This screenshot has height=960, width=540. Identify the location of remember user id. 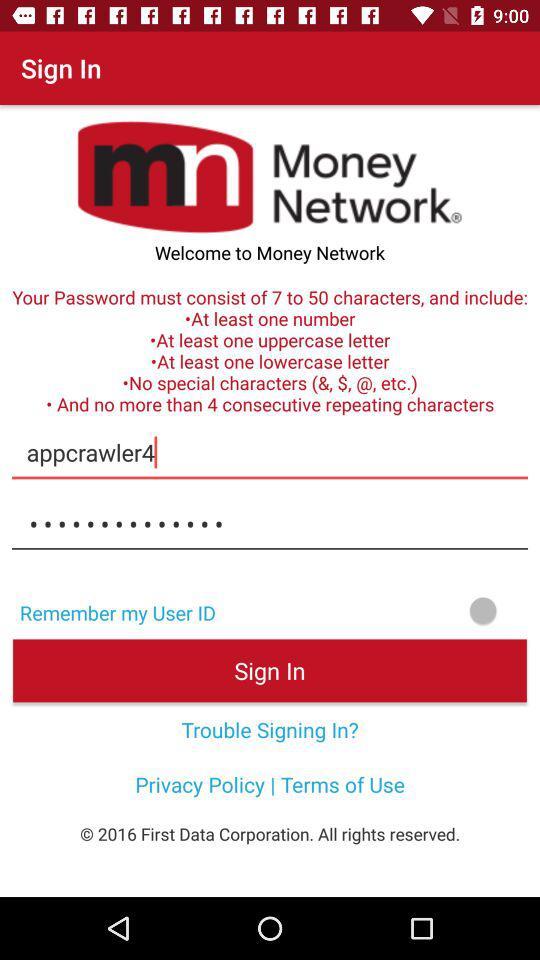
(384, 609).